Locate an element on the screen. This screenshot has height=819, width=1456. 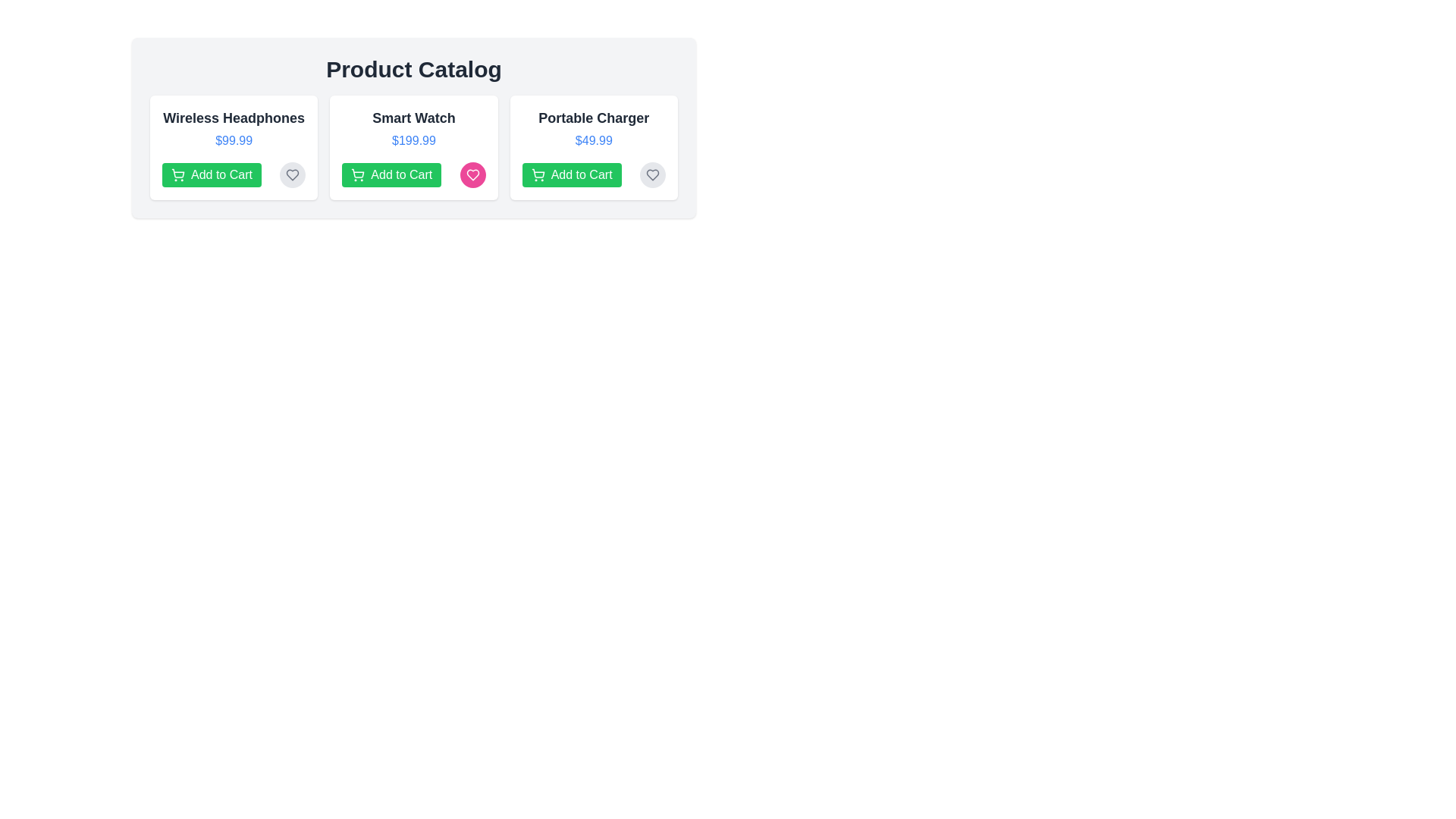
the name of the product Smart Watch from the list is located at coordinates (414, 117).